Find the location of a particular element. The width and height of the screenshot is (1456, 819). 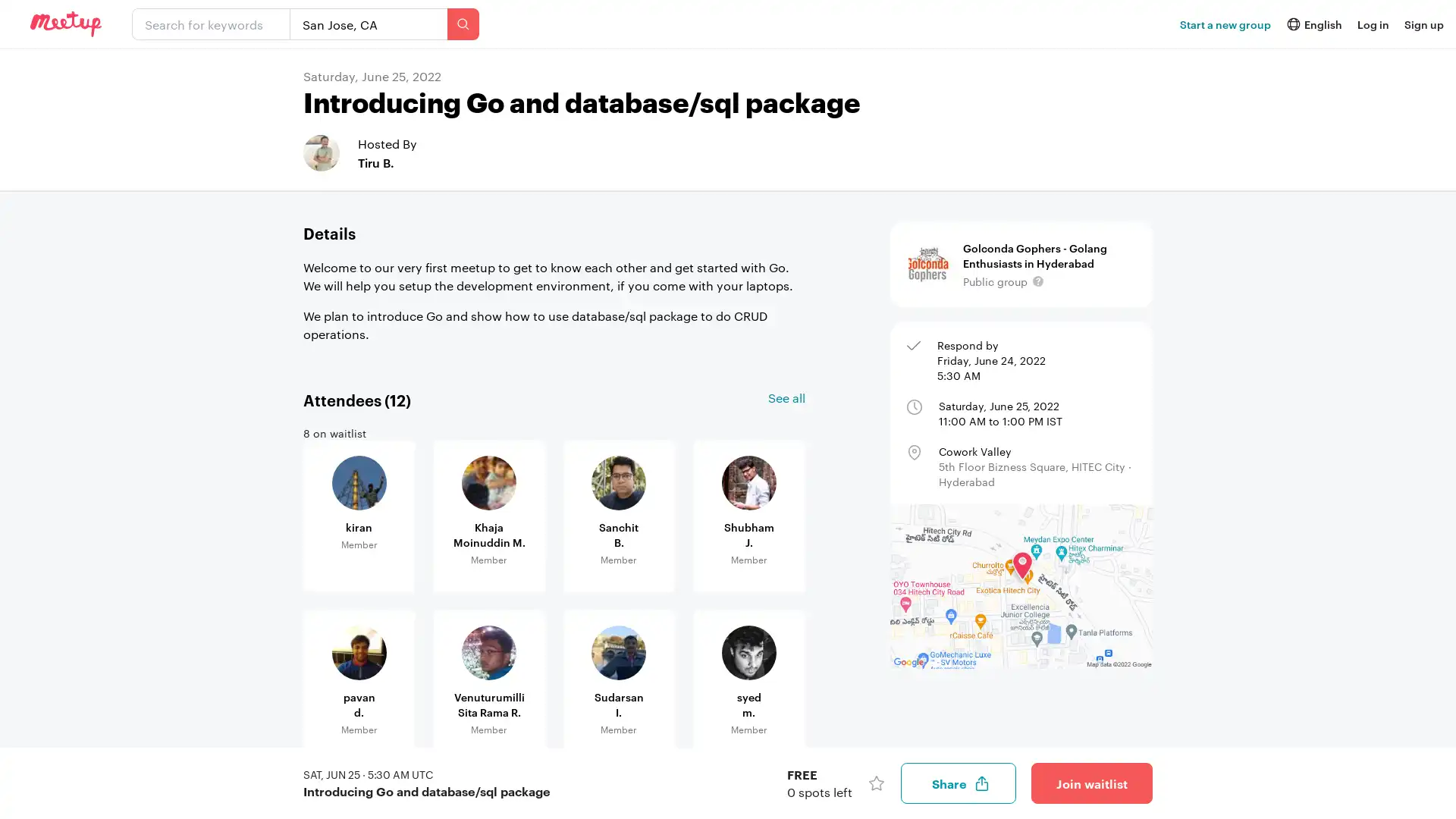

This groups content, including its members and event details, are visible to the public. is located at coordinates (1037, 281).